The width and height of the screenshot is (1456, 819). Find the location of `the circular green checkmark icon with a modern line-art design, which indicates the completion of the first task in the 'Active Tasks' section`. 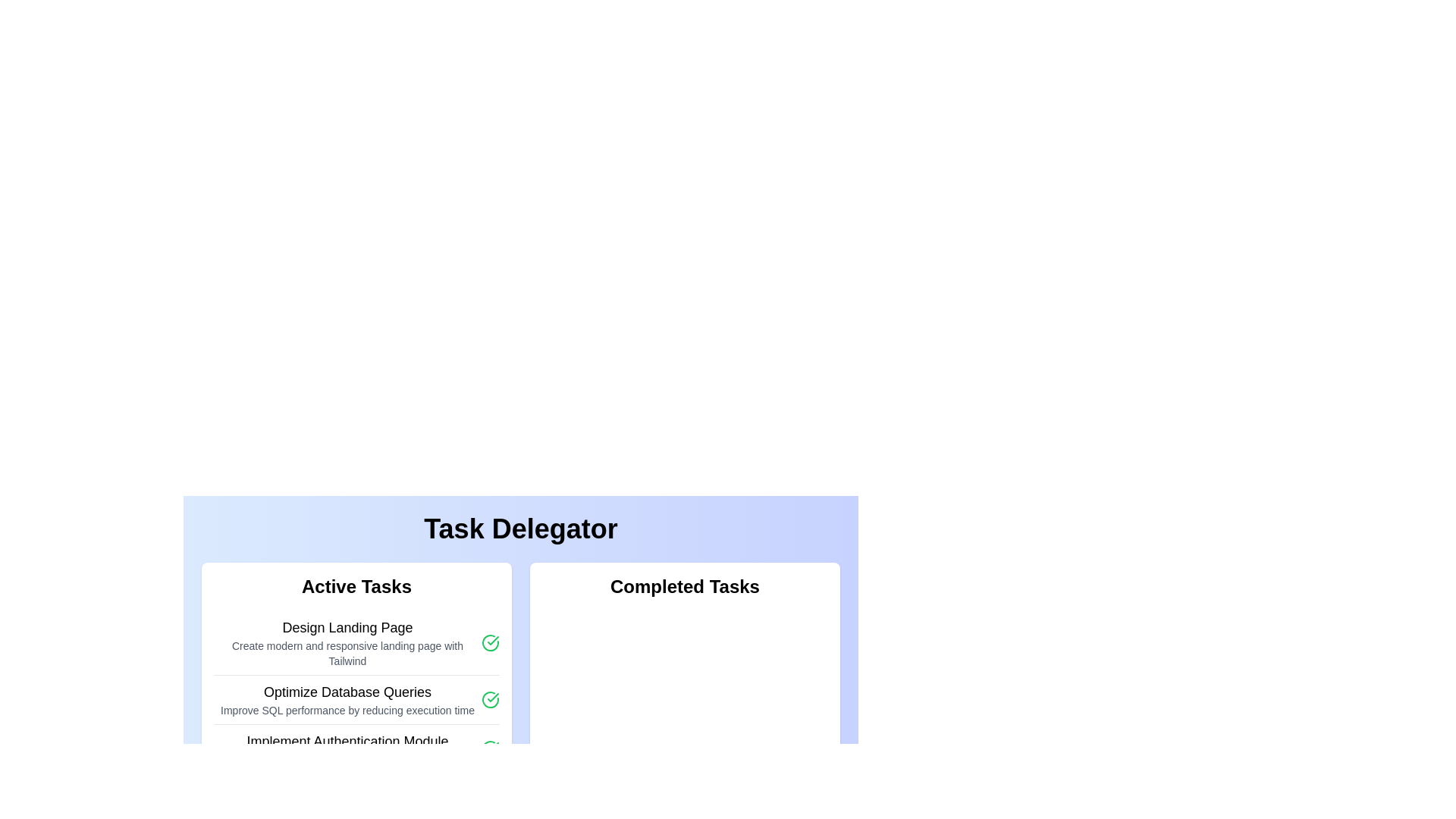

the circular green checkmark icon with a modern line-art design, which indicates the completion of the first task in the 'Active Tasks' section is located at coordinates (491, 643).